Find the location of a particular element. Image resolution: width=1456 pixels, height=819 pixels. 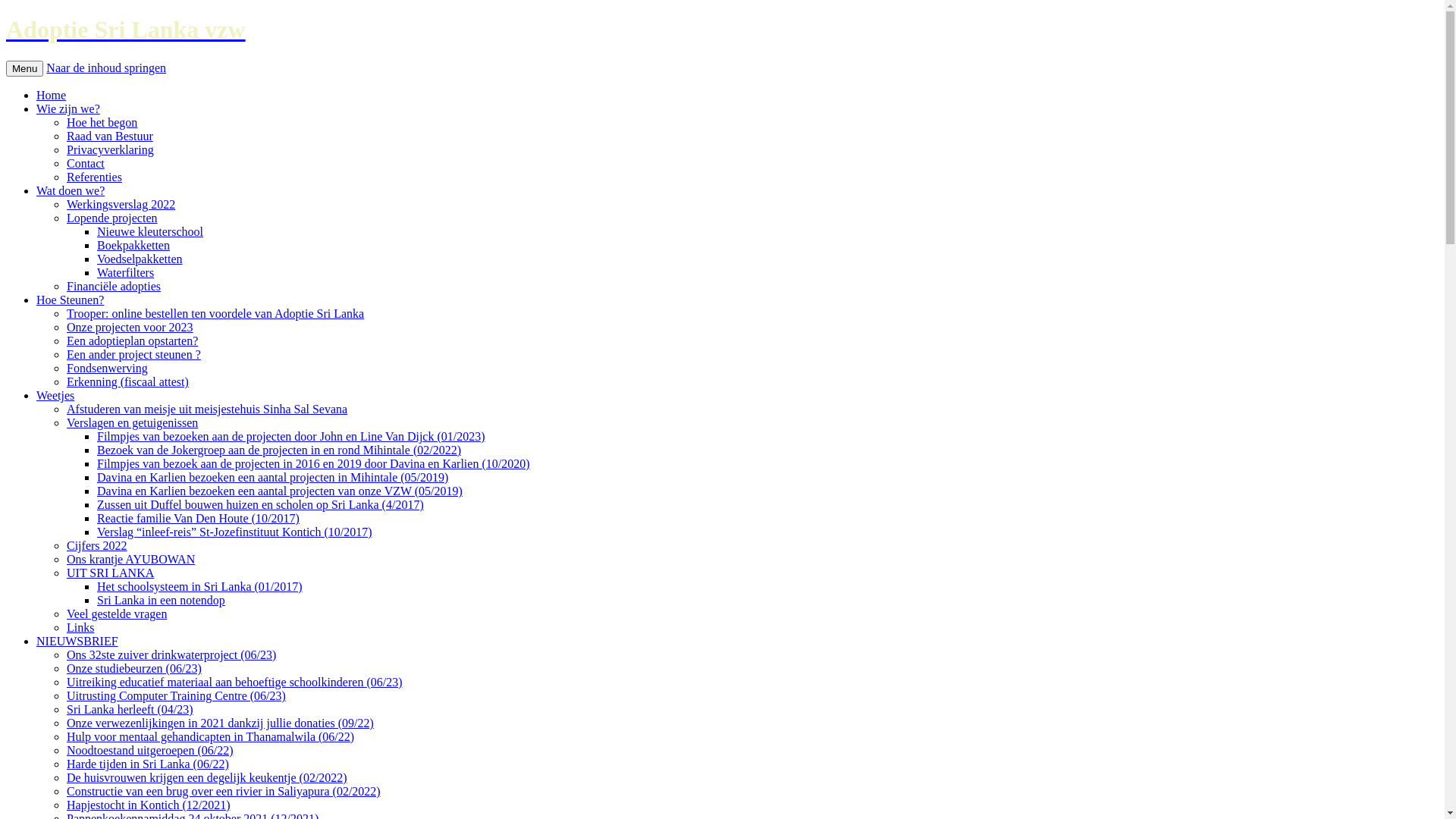

'Trooper: online bestellen ten voordele van Adoptie Sri Lanka' is located at coordinates (214, 312).